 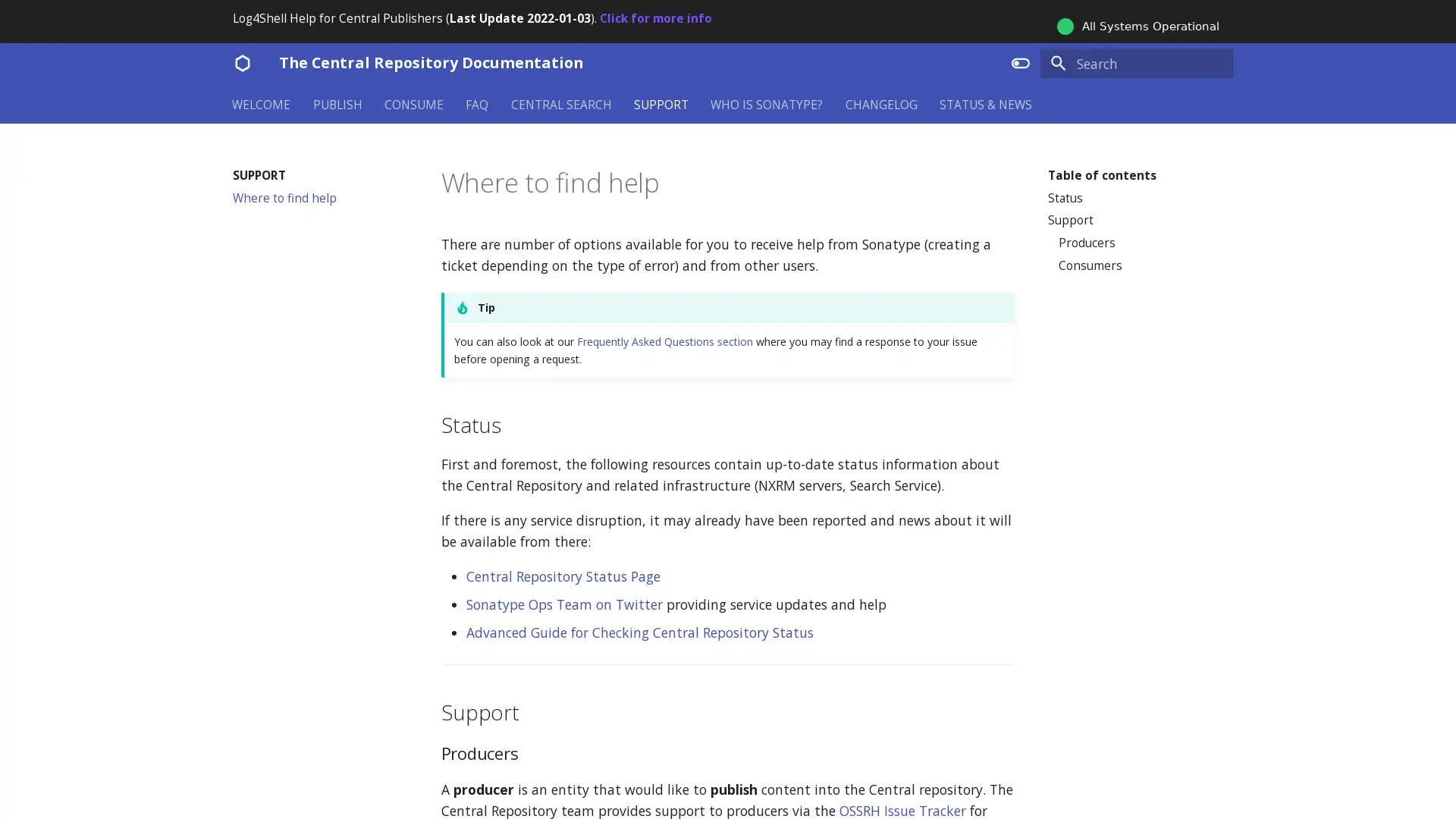 I want to click on Clear, so click(x=1215, y=62).